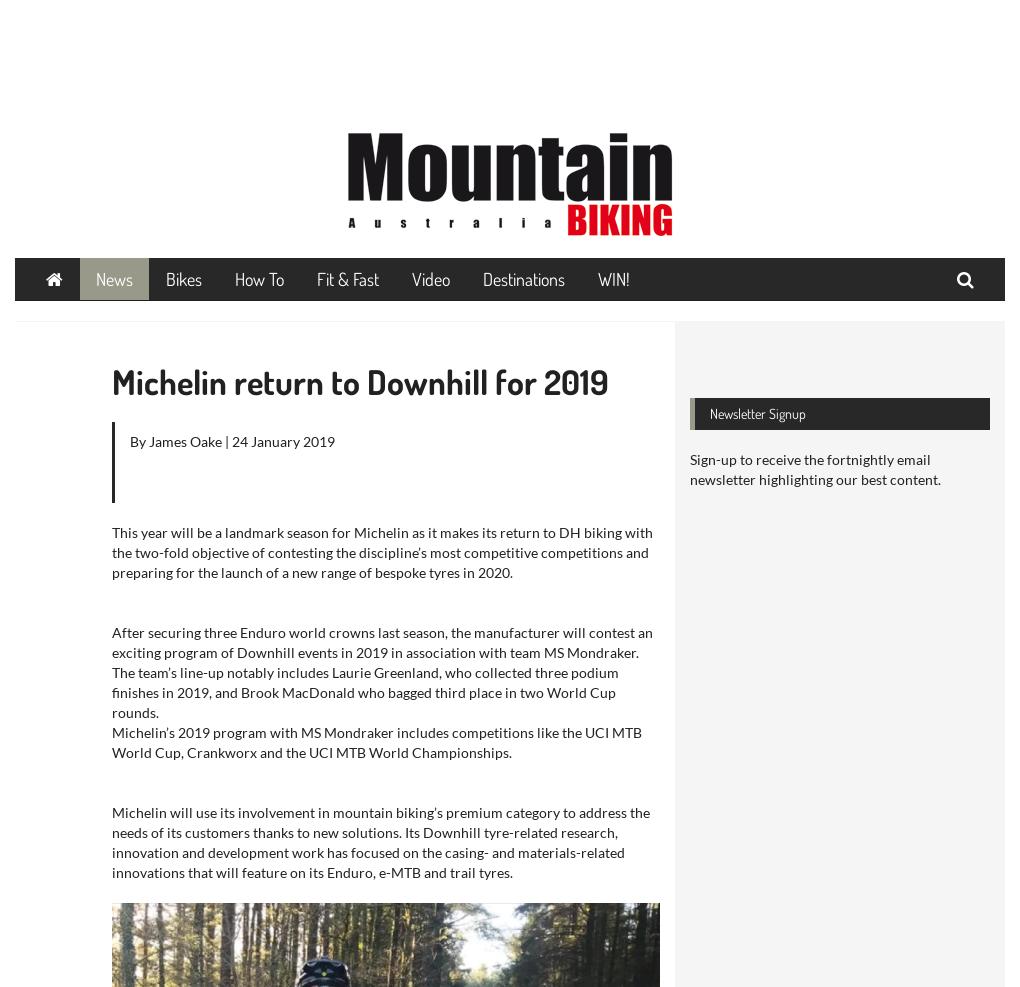 This screenshot has height=987, width=1020. What do you see at coordinates (709, 413) in the screenshot?
I see `'Newsletter Signup'` at bounding box center [709, 413].